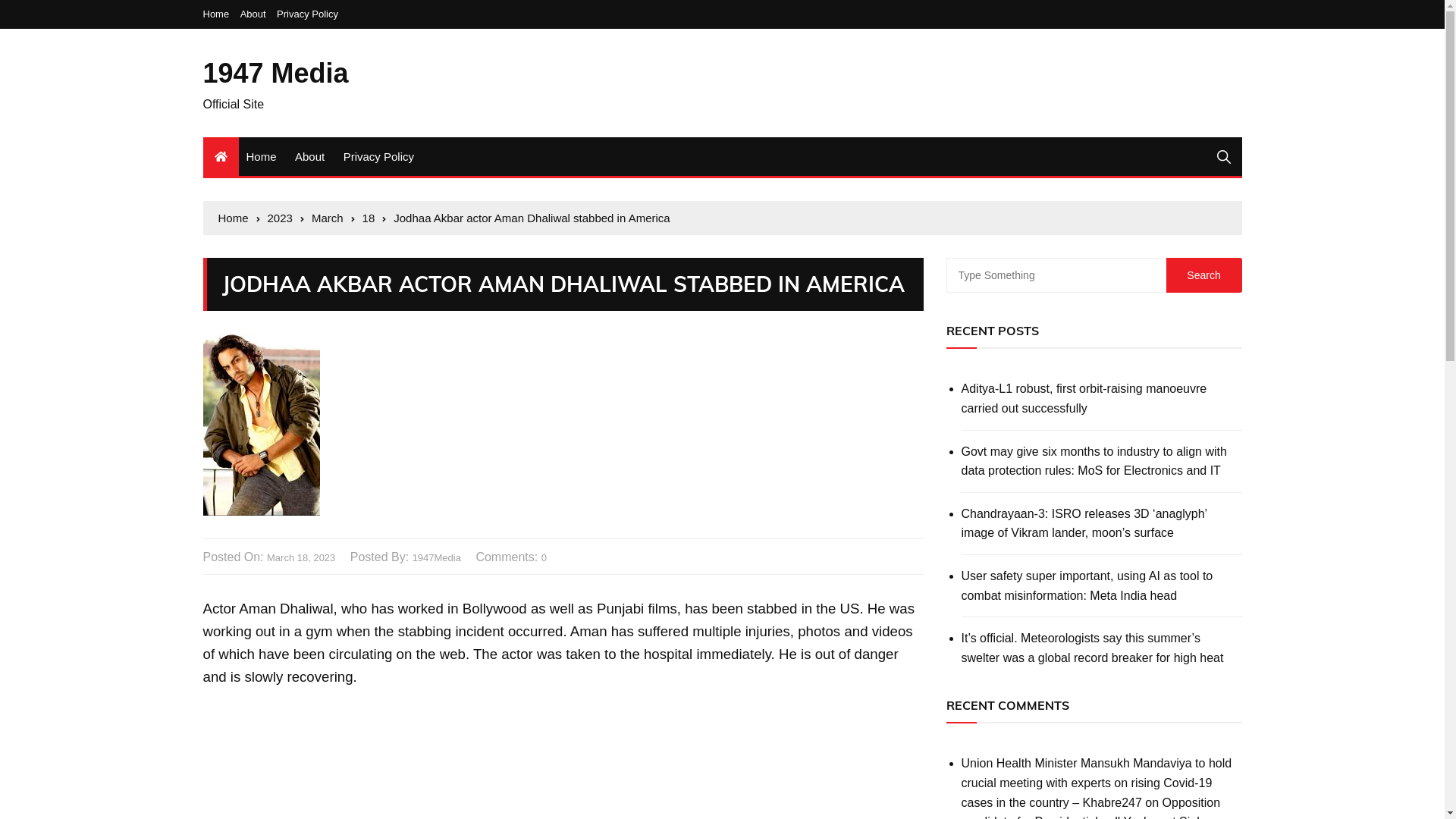 The image size is (1456, 819). I want to click on 'Jodhaa Akbar actor Aman Dhaliwal stabbed in America', so click(531, 218).